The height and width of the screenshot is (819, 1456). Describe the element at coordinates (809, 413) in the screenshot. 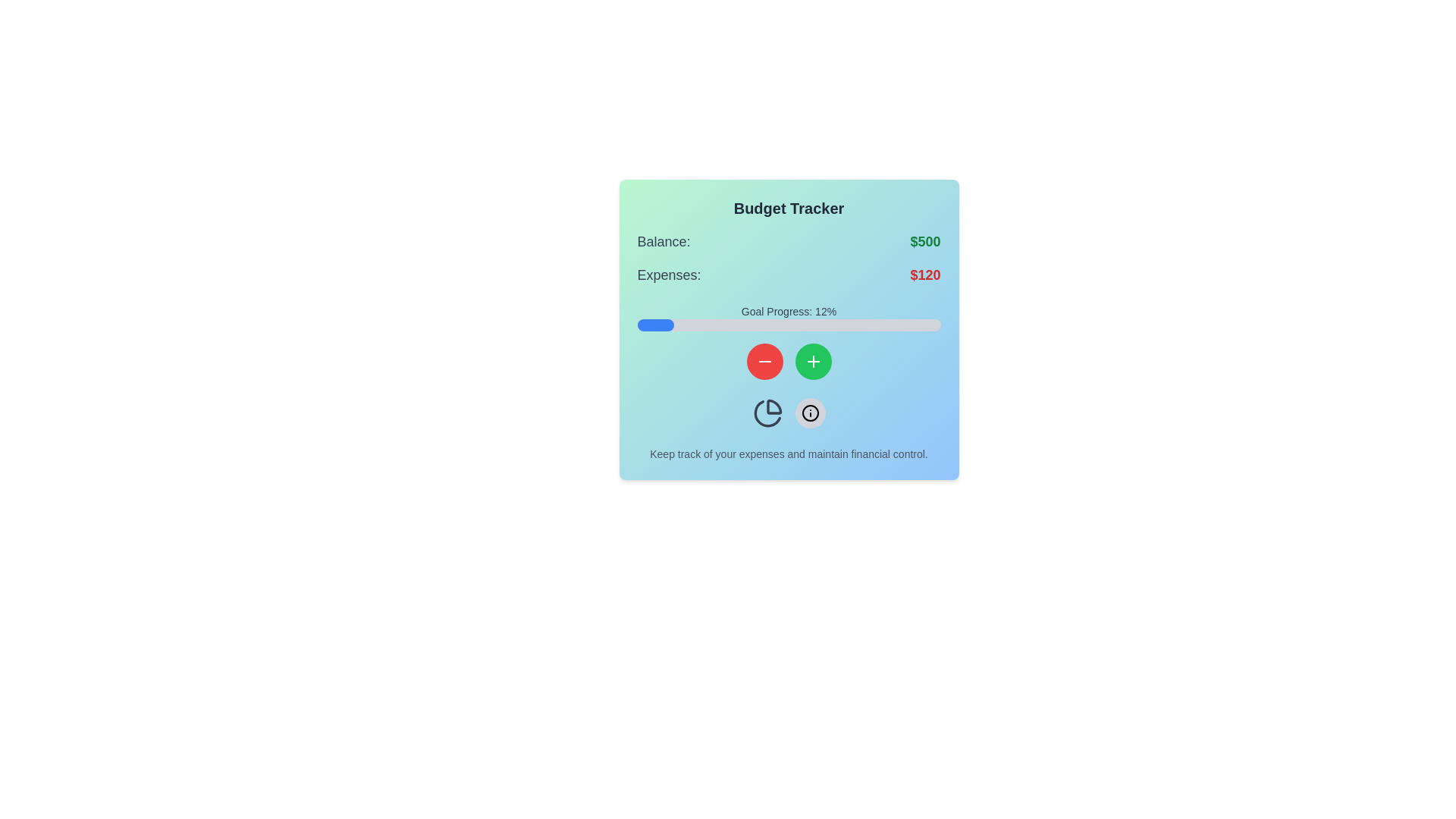

I see `the button located as the second icon in a row of interactive options at the bottom section of the main card interface` at that location.